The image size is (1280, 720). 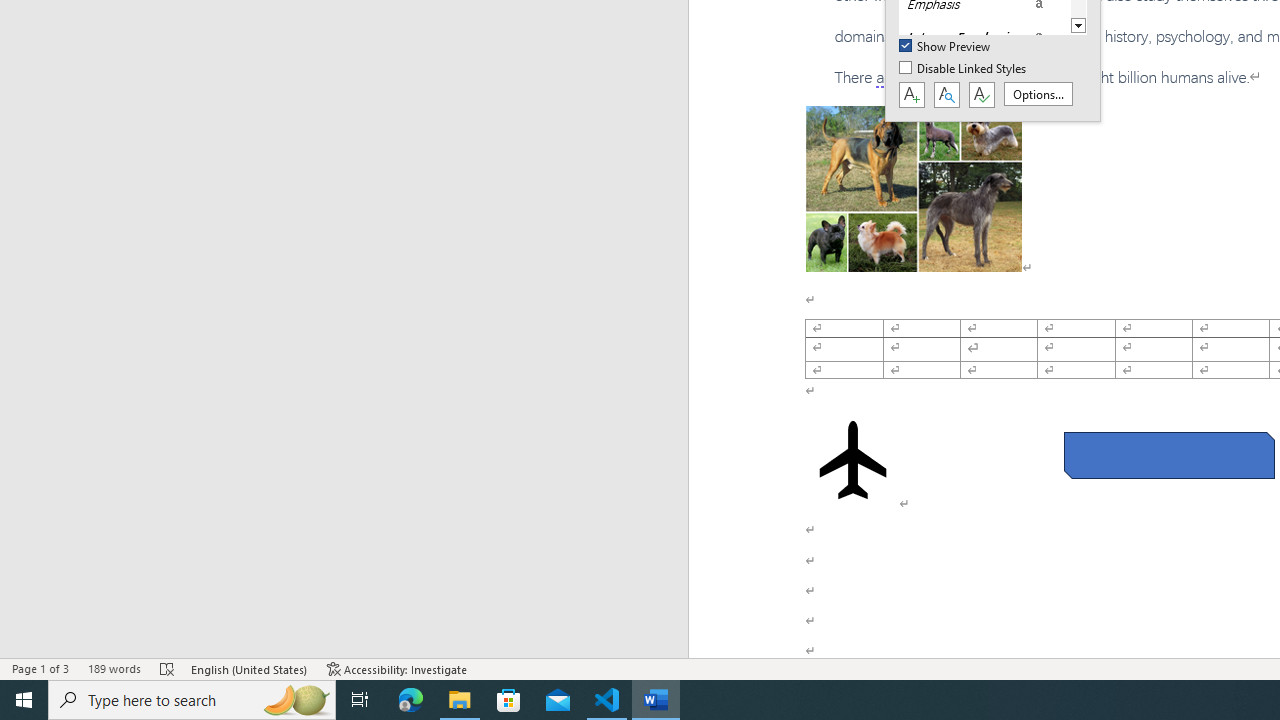 What do you see at coordinates (981, 95) in the screenshot?
I see `'Class: NetUIButton'` at bounding box center [981, 95].